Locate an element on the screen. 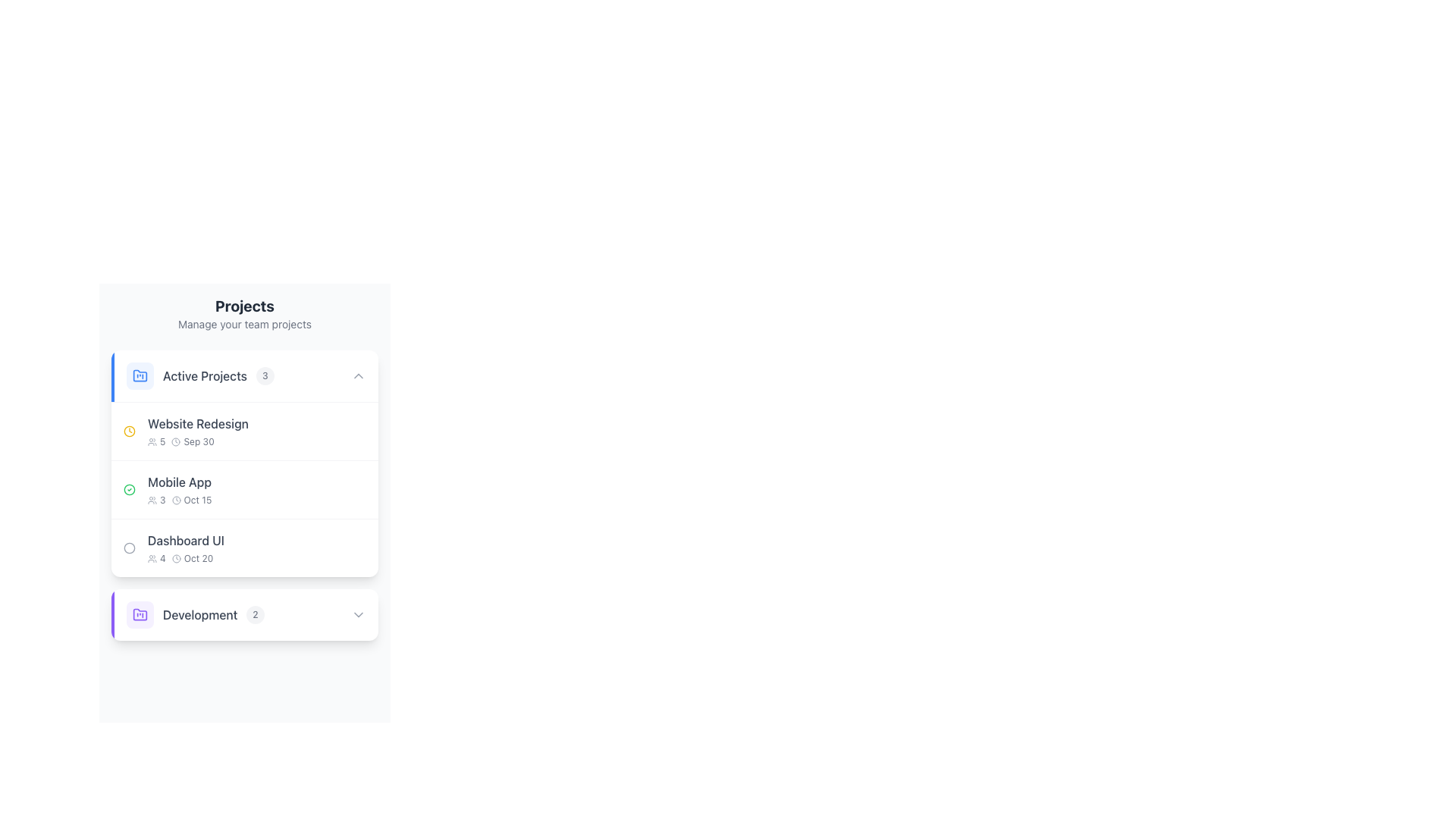  the circular graphic element located to the left of the 'Mobile App' project in the 'Active Projects' section for information is located at coordinates (130, 548).